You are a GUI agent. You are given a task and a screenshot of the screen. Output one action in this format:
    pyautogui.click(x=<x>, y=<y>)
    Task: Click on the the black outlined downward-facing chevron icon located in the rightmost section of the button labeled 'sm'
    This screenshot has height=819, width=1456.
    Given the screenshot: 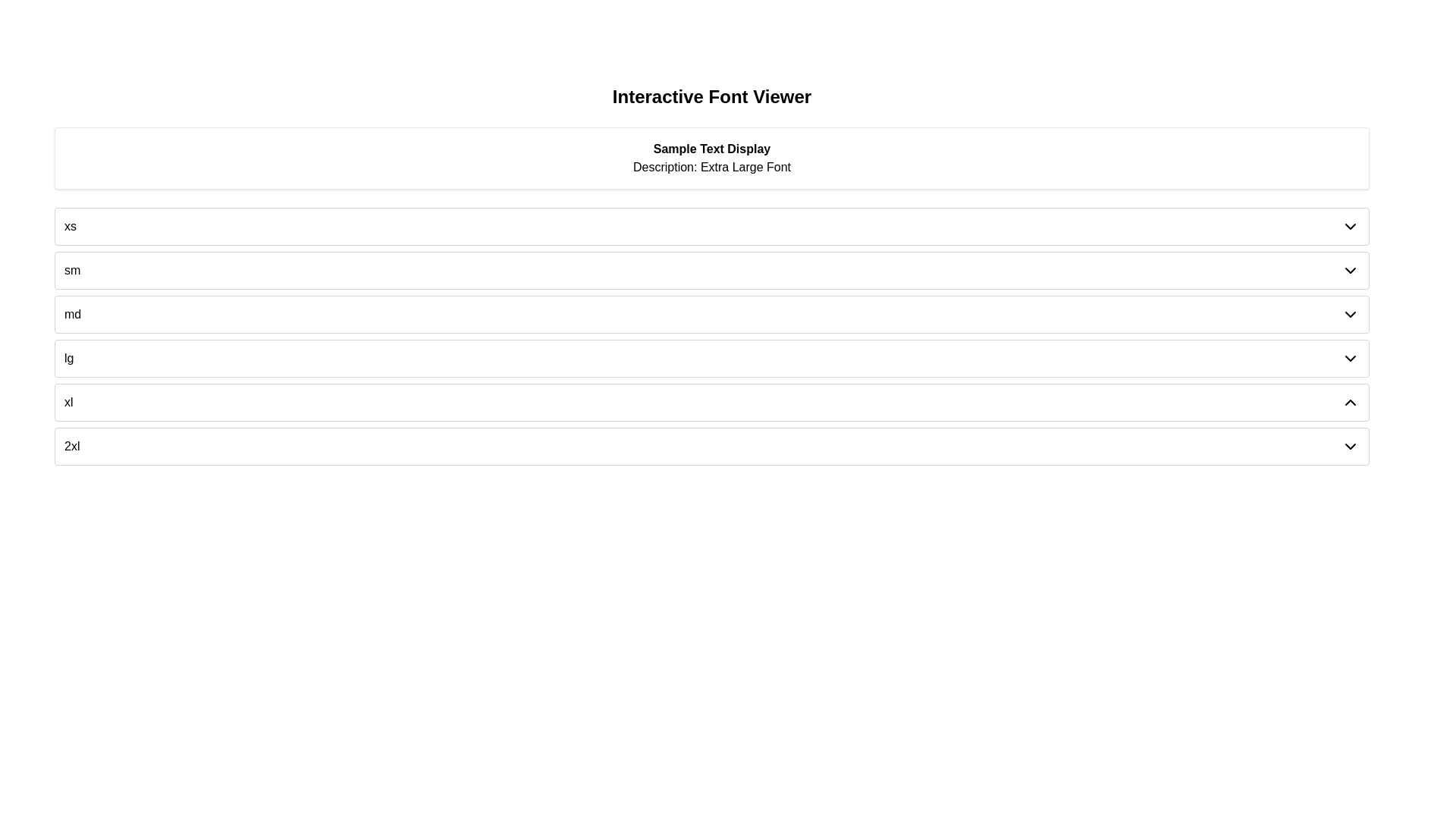 What is the action you would take?
    pyautogui.click(x=1350, y=270)
    